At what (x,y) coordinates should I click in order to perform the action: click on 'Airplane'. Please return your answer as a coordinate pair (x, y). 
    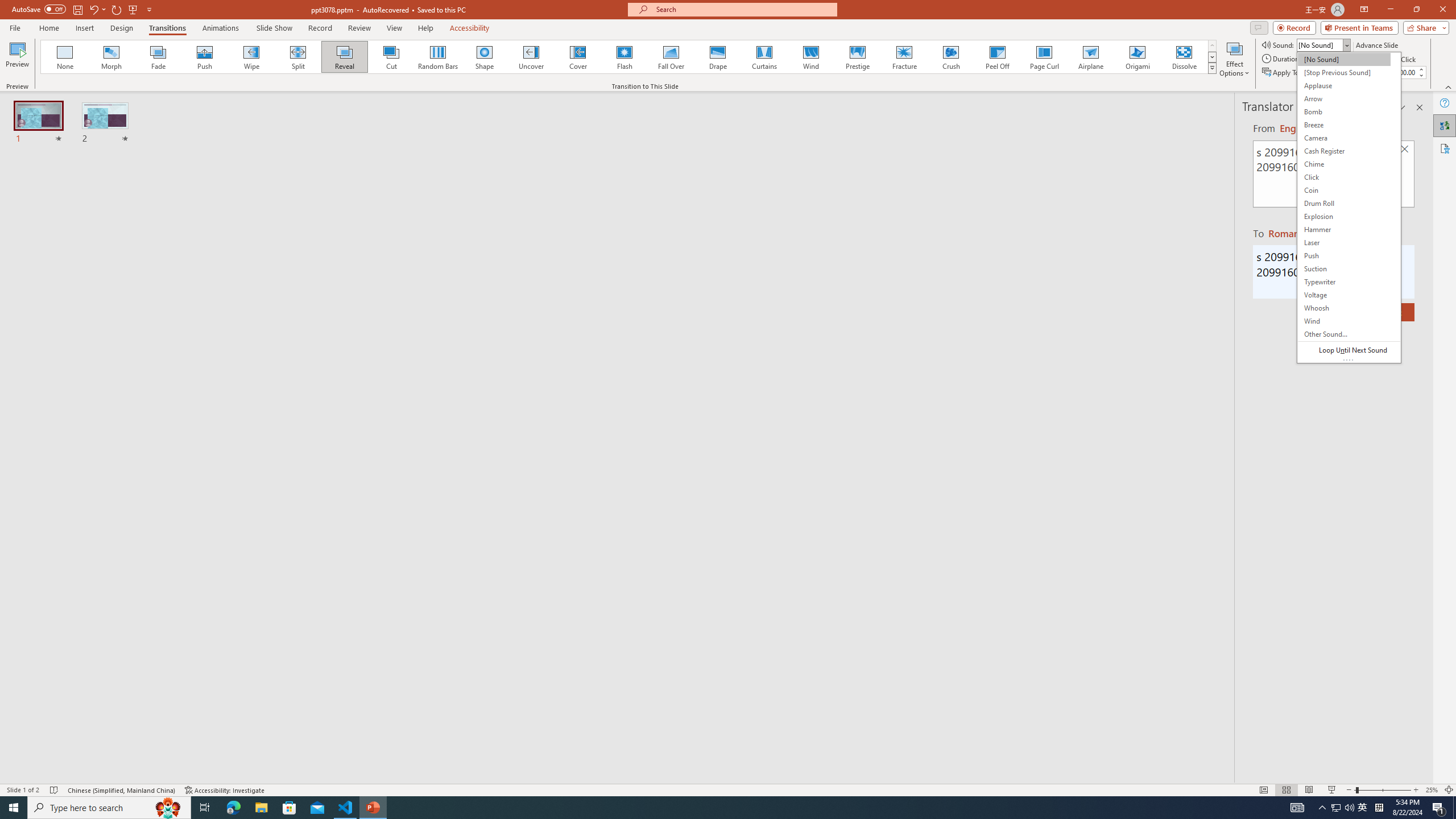
    Looking at the image, I should click on (1090, 56).